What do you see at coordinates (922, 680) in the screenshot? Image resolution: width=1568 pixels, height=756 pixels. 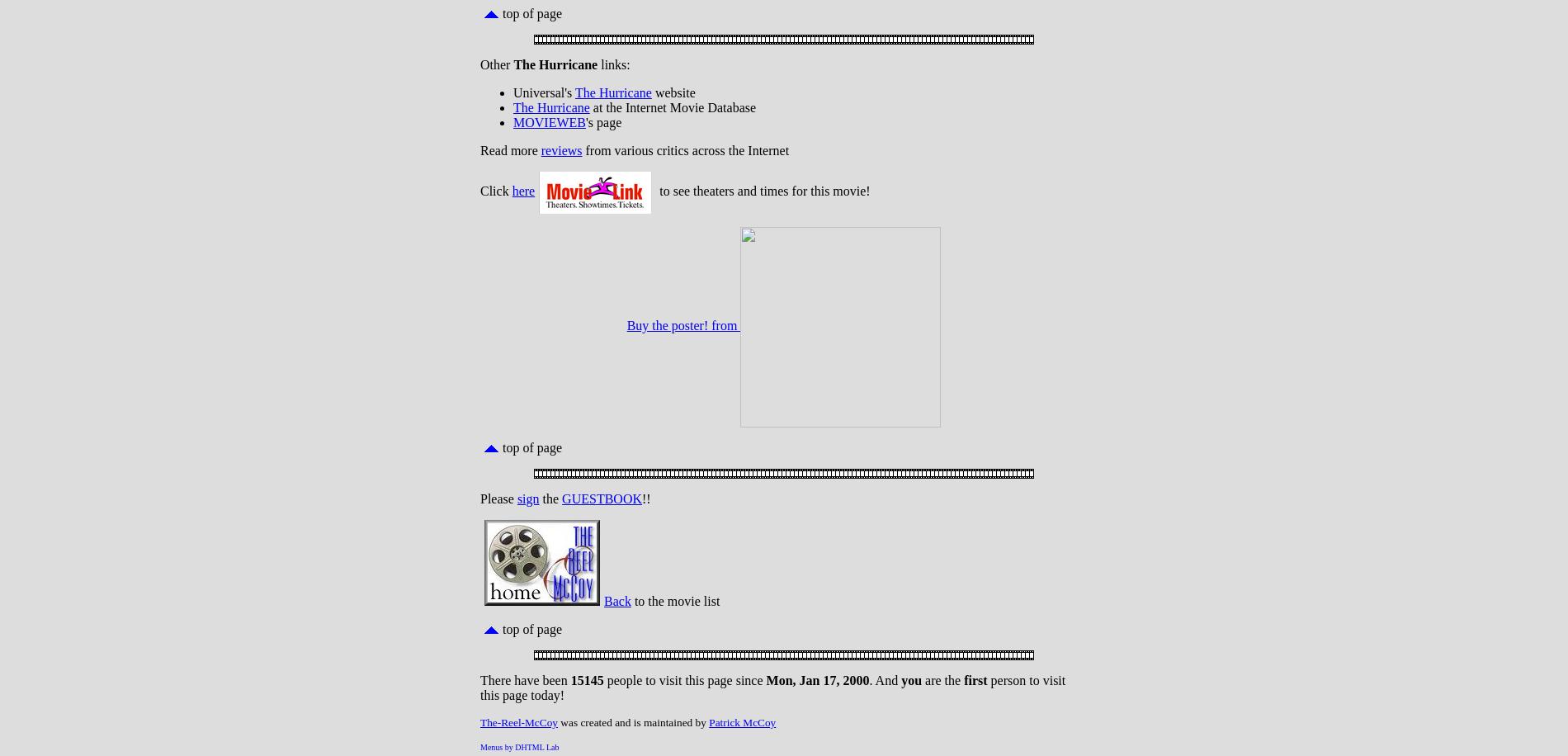 I see `'are the'` at bounding box center [922, 680].